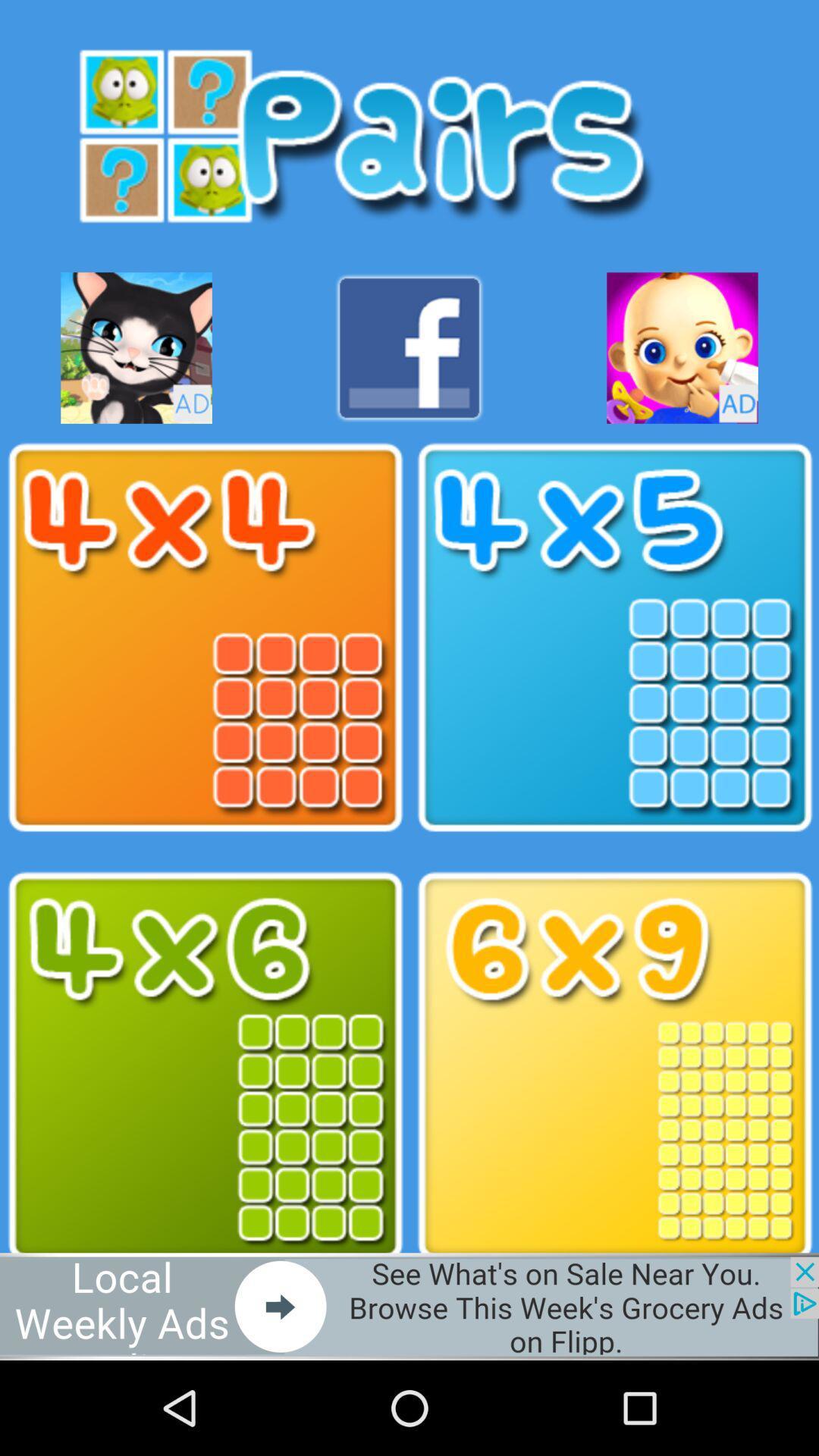  I want to click on adding in the maths, so click(614, 638).